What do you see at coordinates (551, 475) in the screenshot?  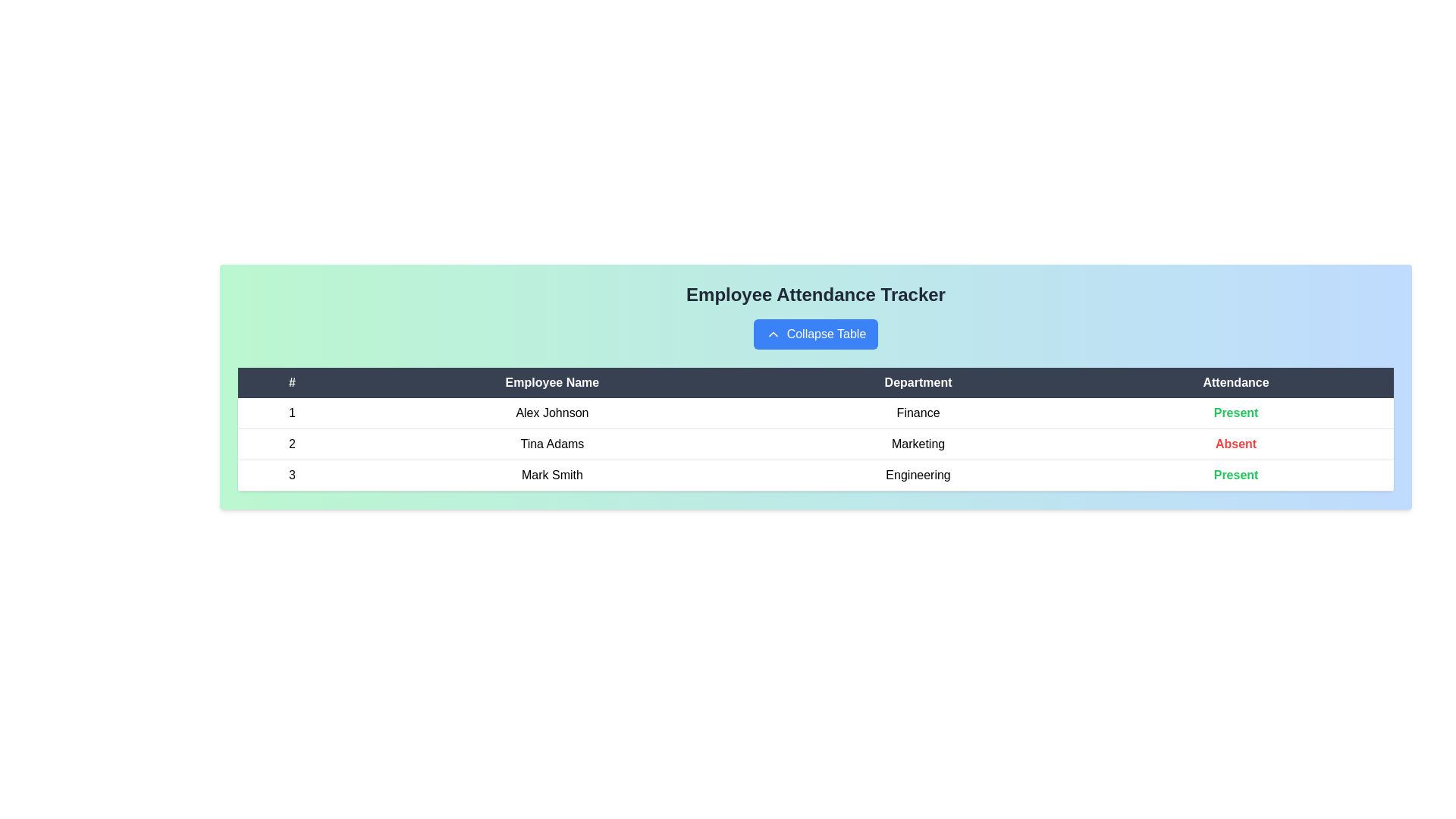 I see `the row corresponding to Mark Smith to view their details` at bounding box center [551, 475].